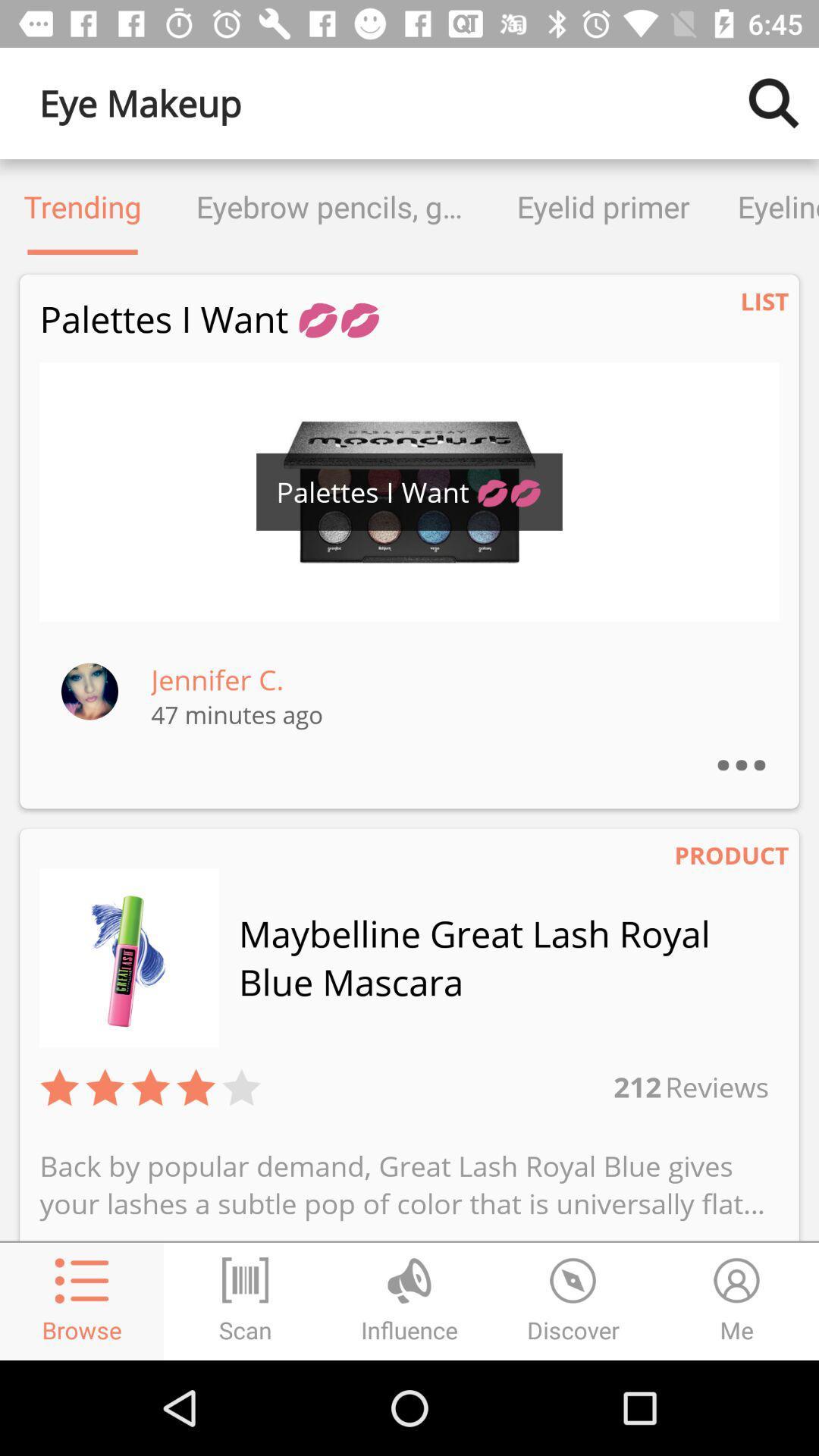  I want to click on search something, so click(773, 102).